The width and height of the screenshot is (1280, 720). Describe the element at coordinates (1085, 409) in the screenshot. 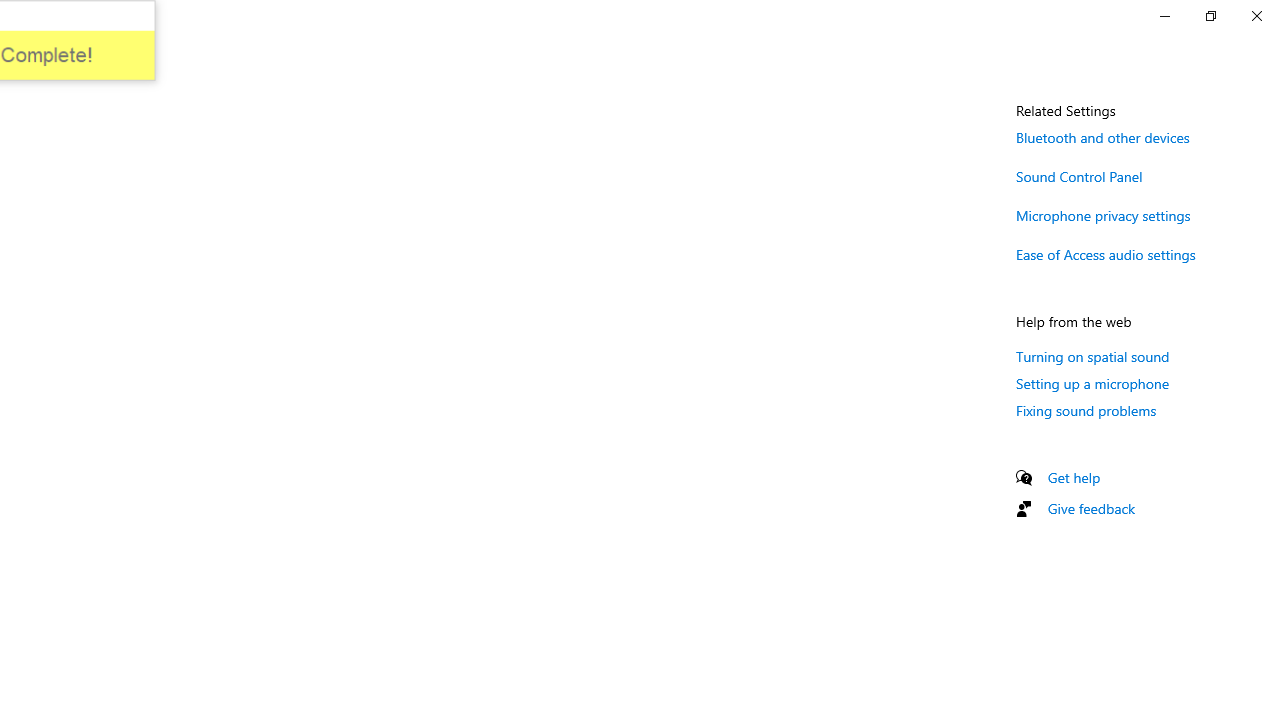

I see `'Fixing sound problems'` at that location.